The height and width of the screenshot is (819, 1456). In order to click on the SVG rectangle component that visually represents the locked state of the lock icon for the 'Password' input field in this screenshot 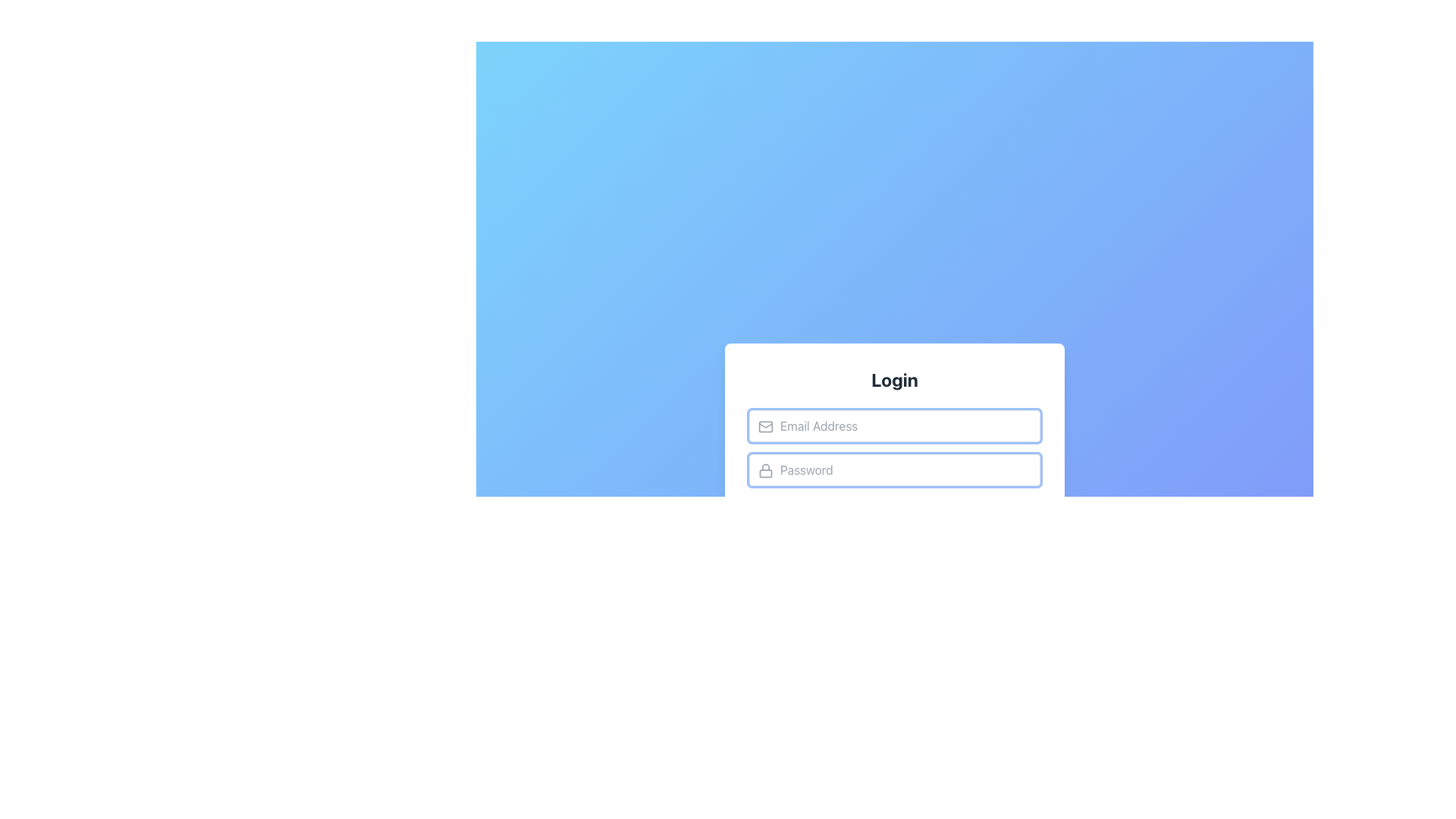, I will do `click(765, 472)`.